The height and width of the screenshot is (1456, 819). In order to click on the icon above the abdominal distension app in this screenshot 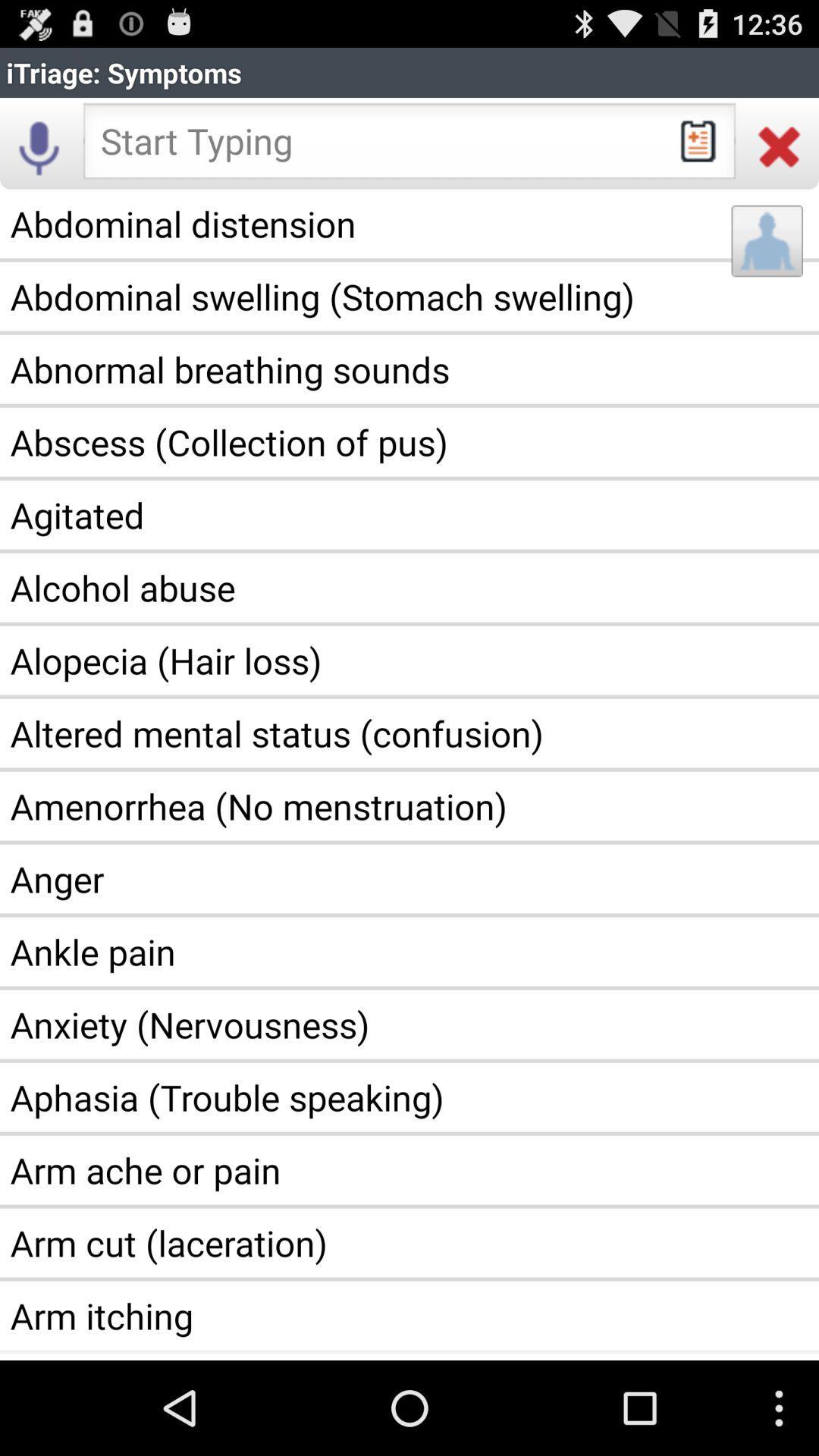, I will do `click(39, 146)`.